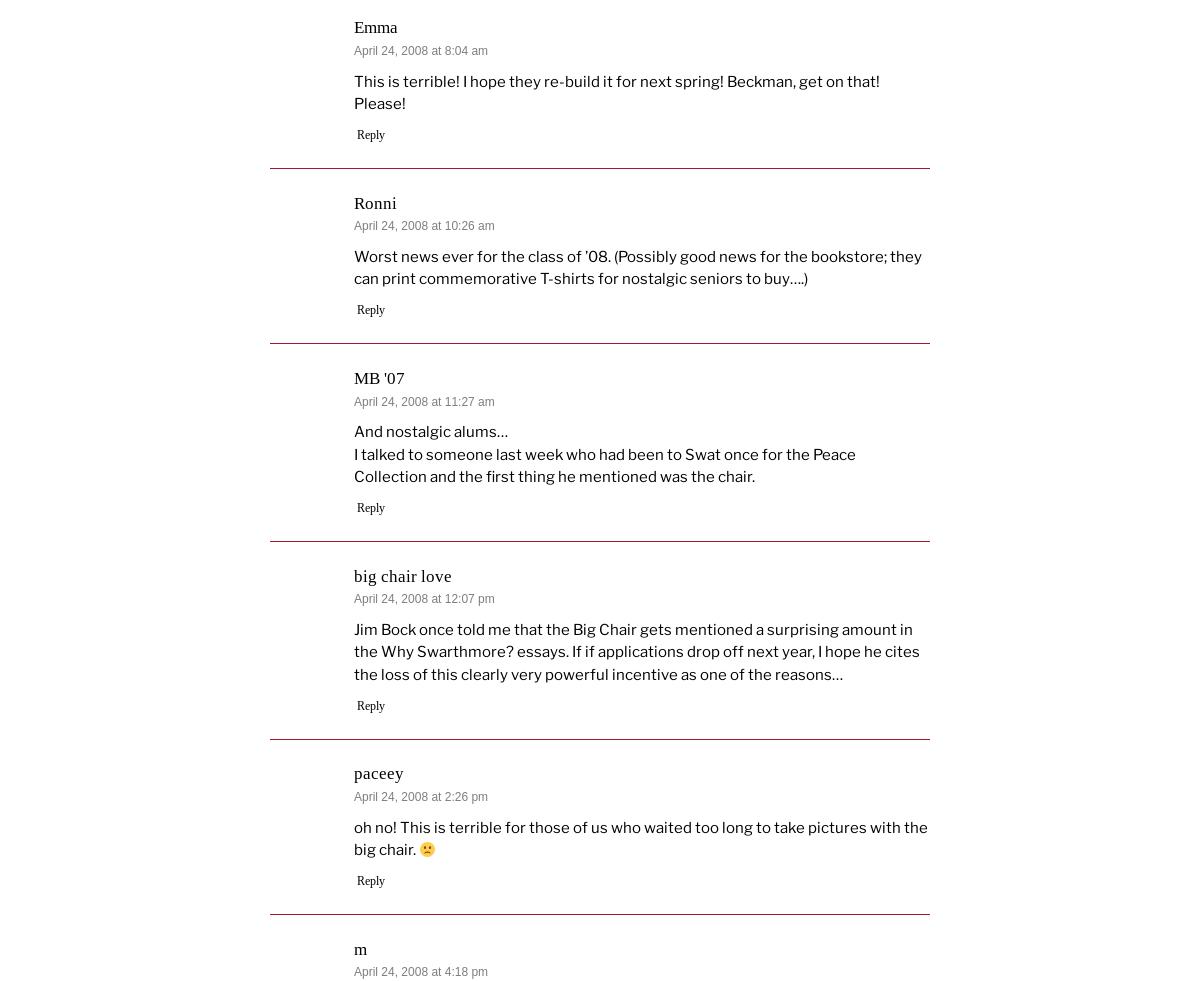  Describe the element at coordinates (617, 91) in the screenshot. I see `'This is terrible!  I hope they re-build it for next spring!  Beckman, get on that!  Please!'` at that location.